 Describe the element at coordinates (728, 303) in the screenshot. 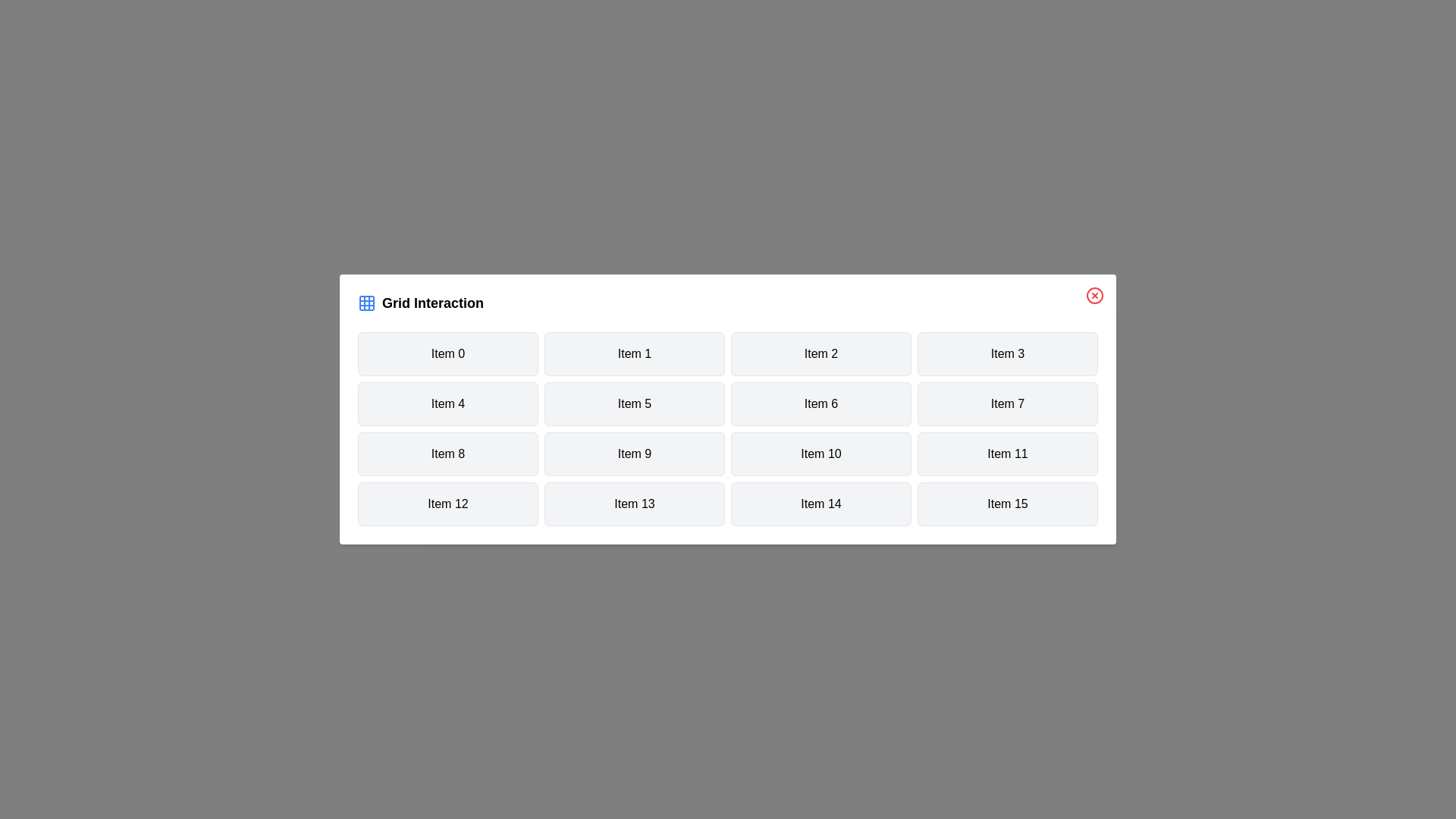

I see `the title text 'Grid Interaction' to focus on it` at that location.